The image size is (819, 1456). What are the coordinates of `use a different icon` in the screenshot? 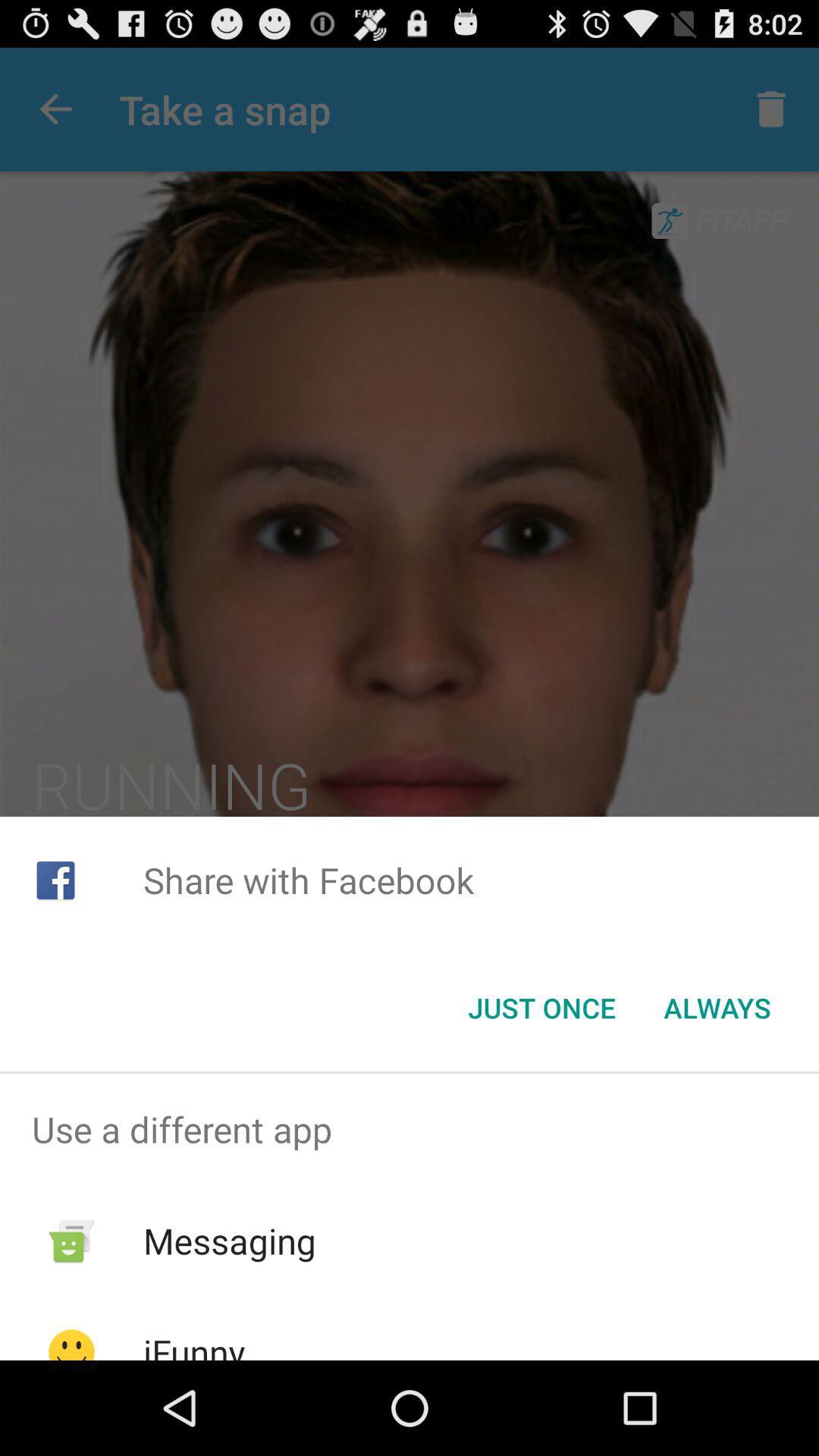 It's located at (409, 1129).